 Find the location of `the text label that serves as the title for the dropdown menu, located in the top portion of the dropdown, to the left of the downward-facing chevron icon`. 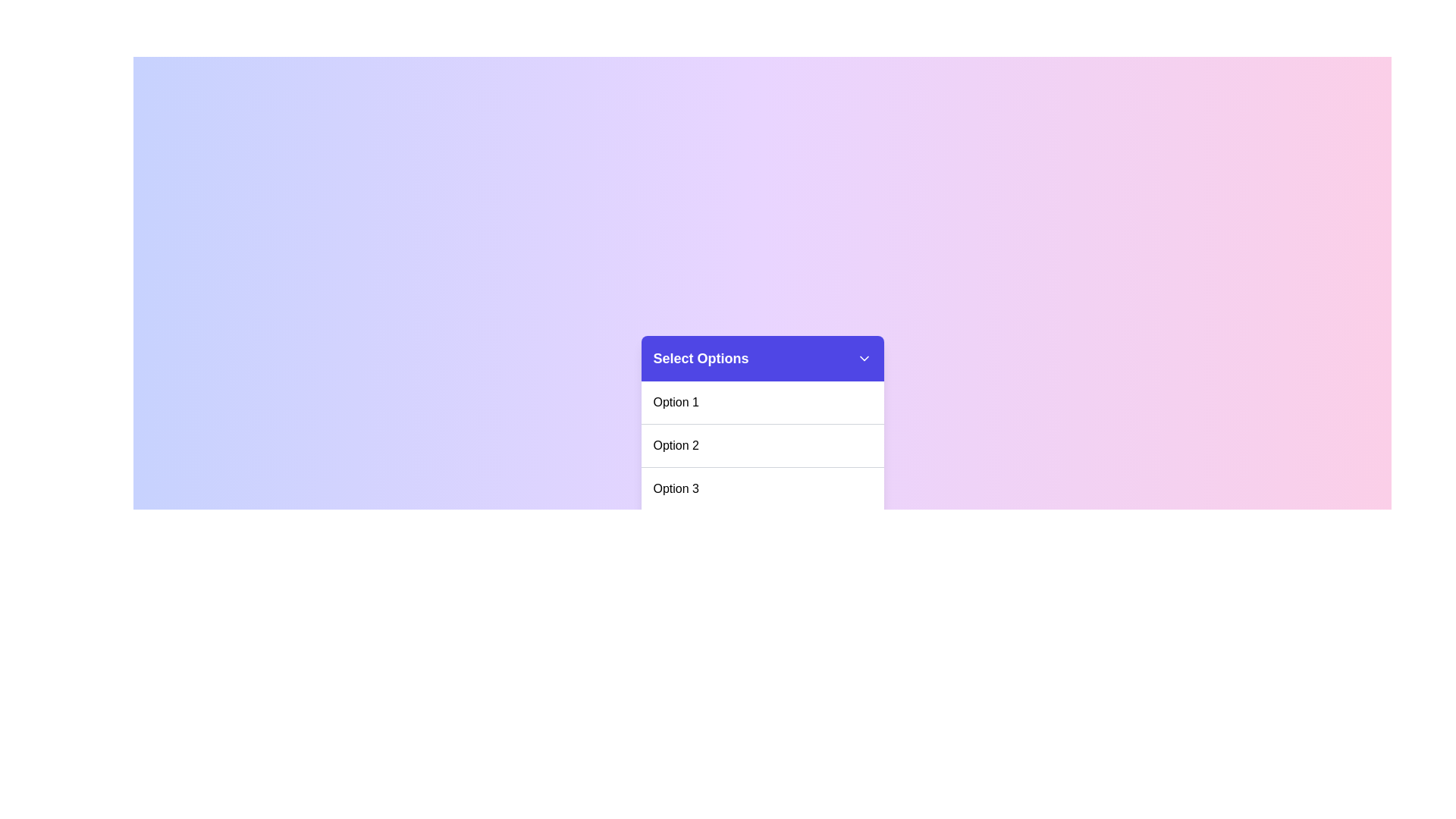

the text label that serves as the title for the dropdown menu, located in the top portion of the dropdown, to the left of the downward-facing chevron icon is located at coordinates (700, 359).